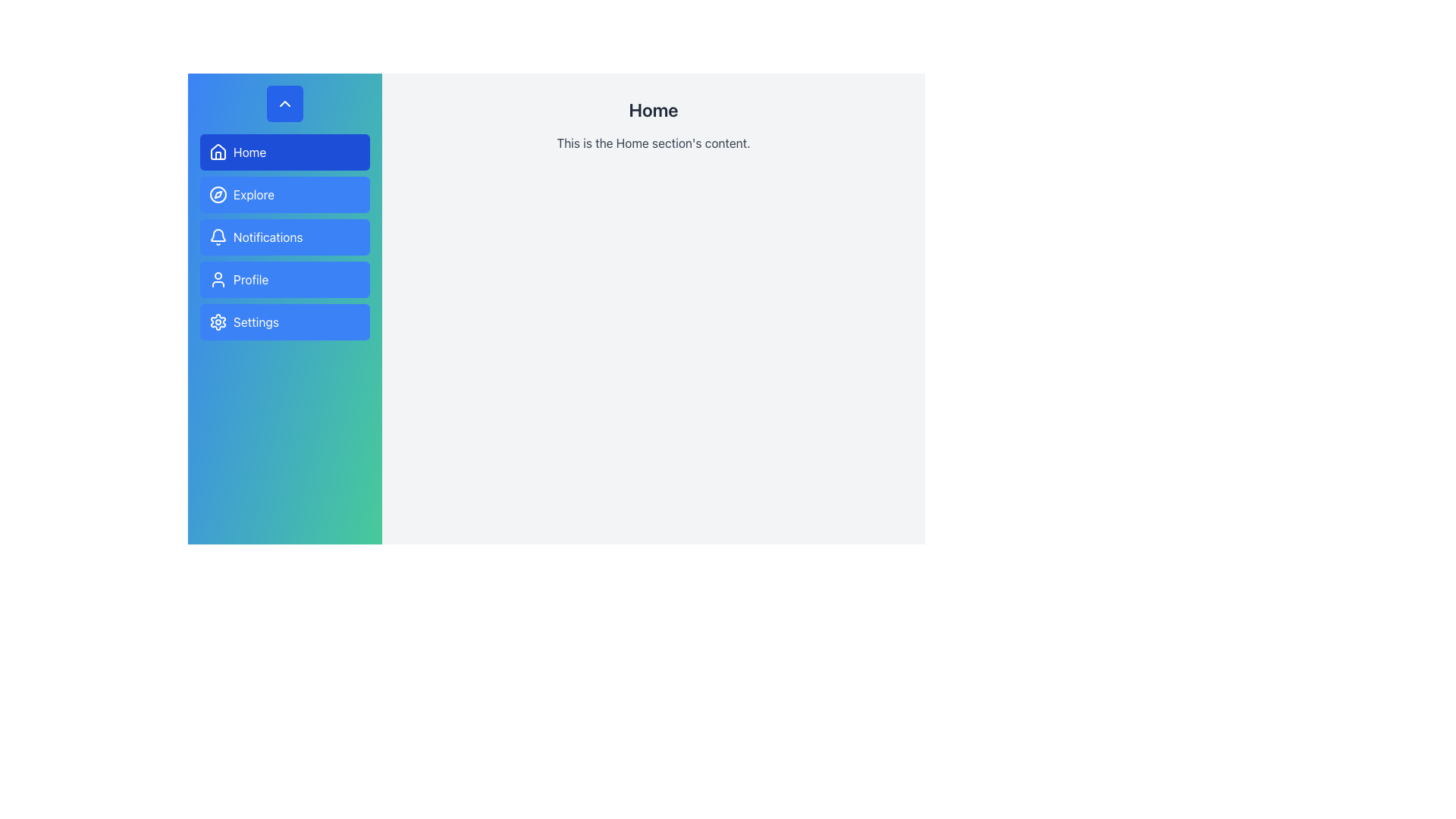  Describe the element at coordinates (249, 152) in the screenshot. I see `text of the 'Home' navigation label, which is located to the right of the house icon inside the blue button labeled 'Home'` at that location.